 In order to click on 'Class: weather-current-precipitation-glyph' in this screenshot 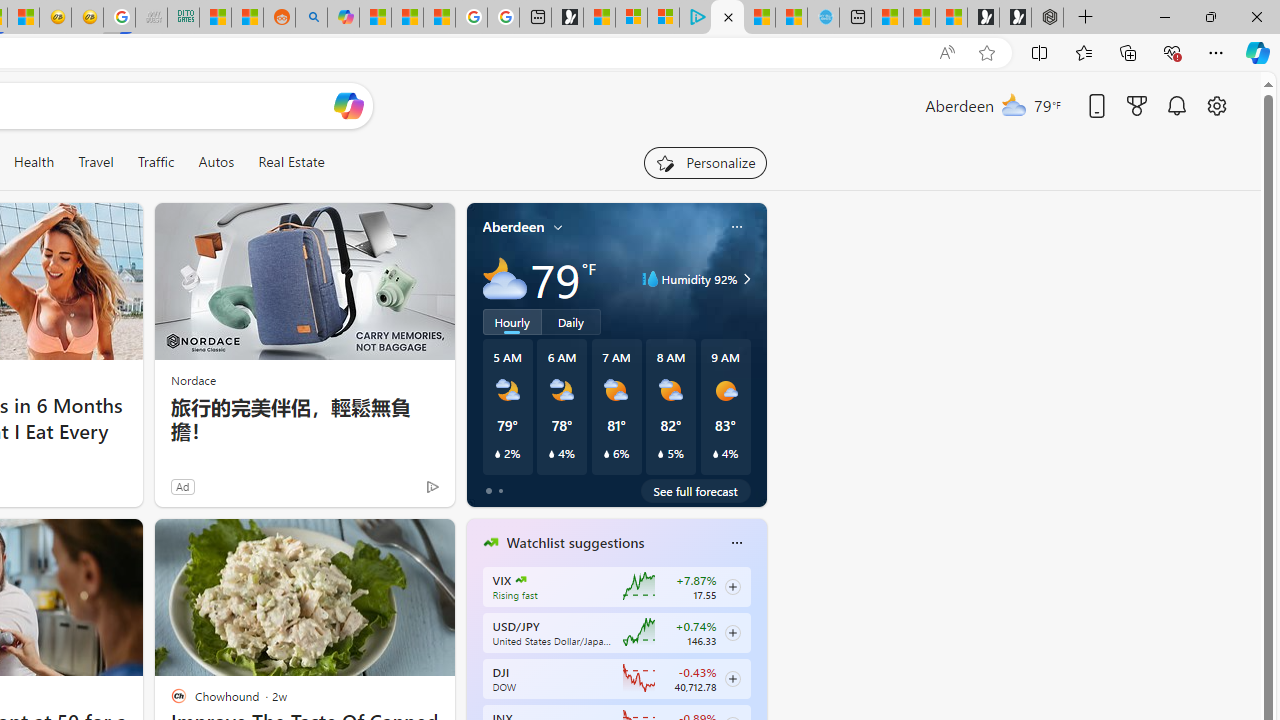, I will do `click(715, 453)`.